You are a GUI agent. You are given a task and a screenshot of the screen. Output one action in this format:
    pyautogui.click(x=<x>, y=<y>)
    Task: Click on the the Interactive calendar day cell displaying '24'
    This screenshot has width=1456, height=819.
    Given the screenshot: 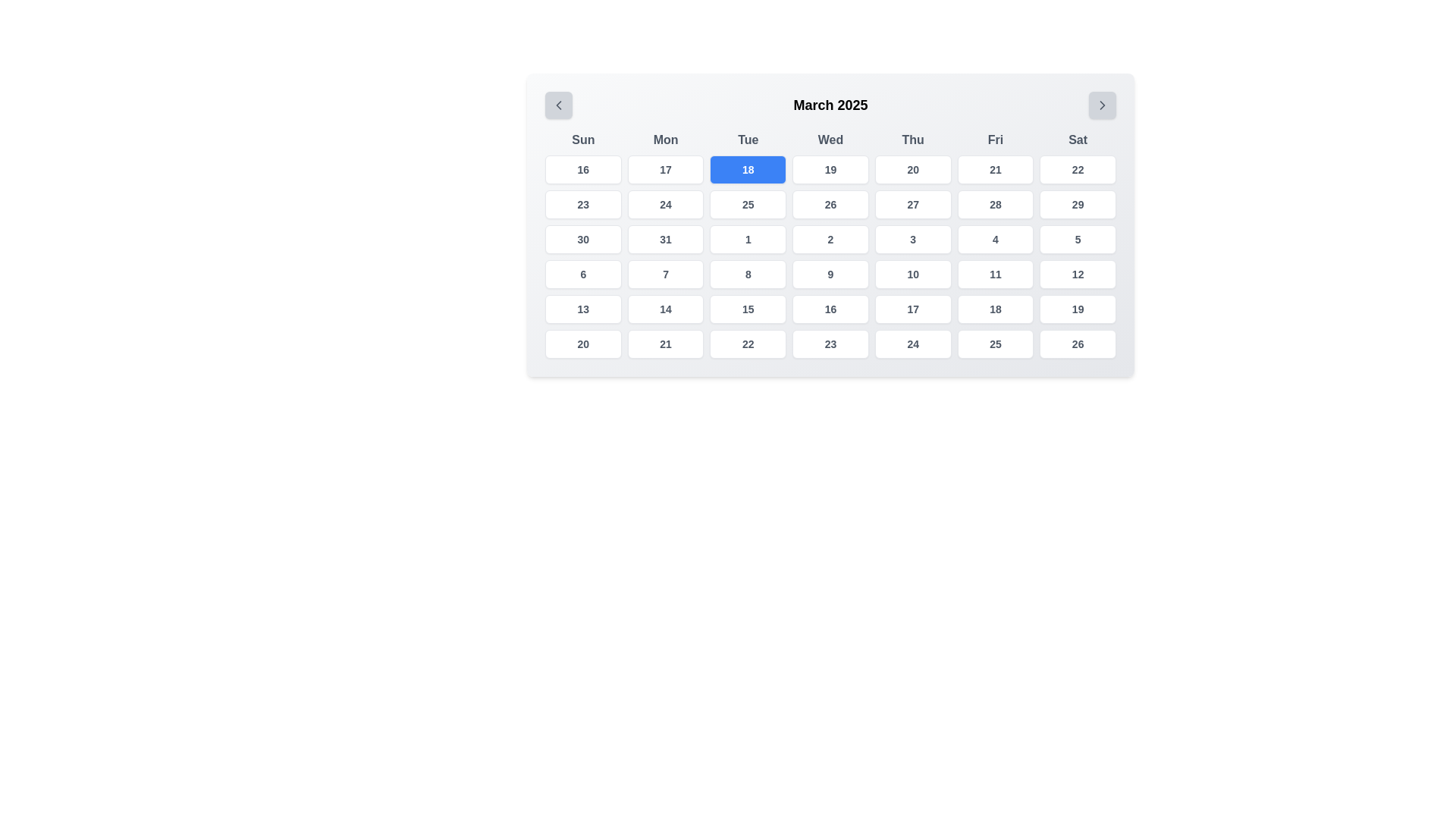 What is the action you would take?
    pyautogui.click(x=666, y=205)
    